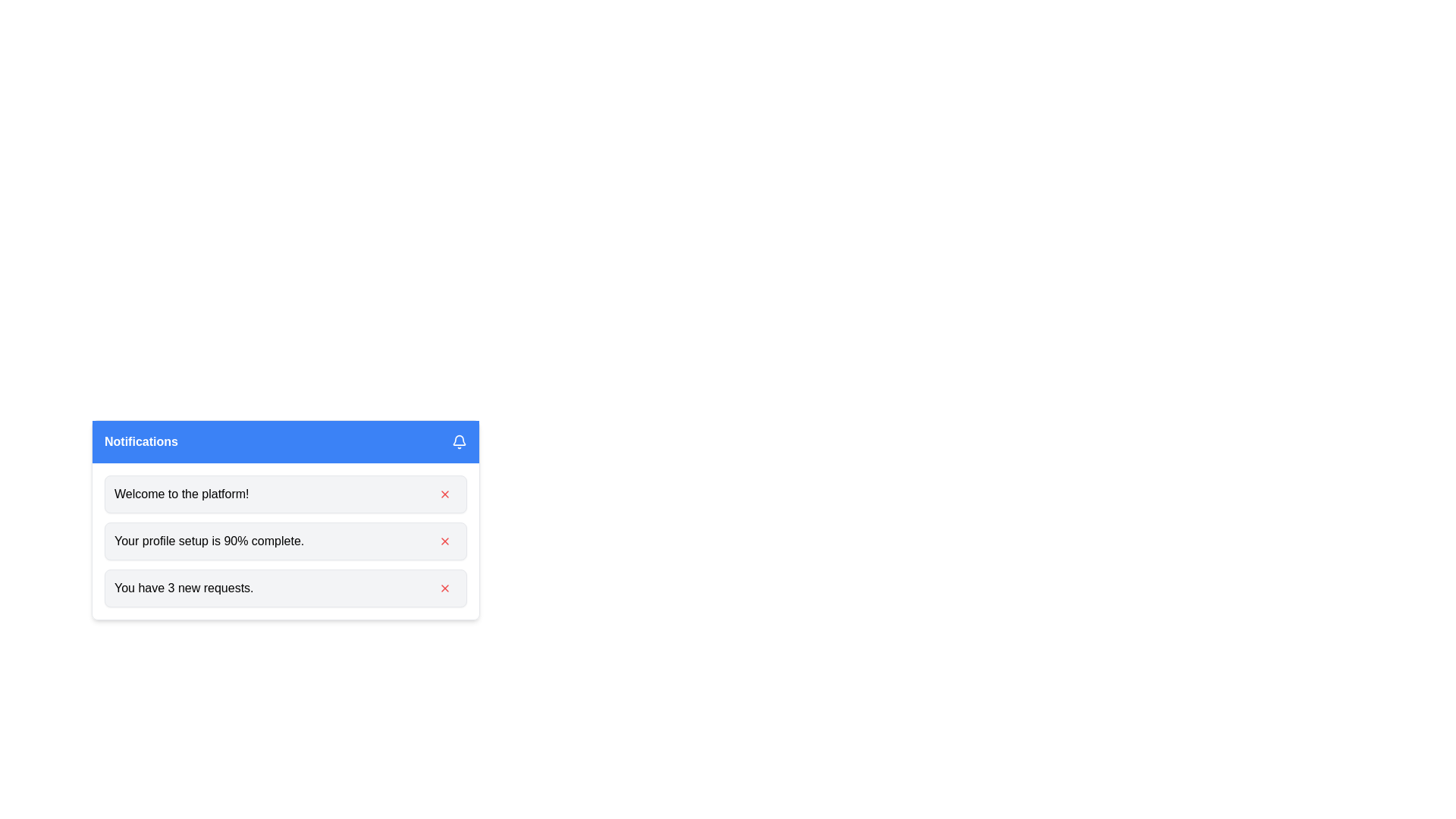 The width and height of the screenshot is (1456, 819). Describe the element at coordinates (444, 494) in the screenshot. I see `the close button icon on the far-right side of the notification row stating 'Welcome to the platform!'` at that location.